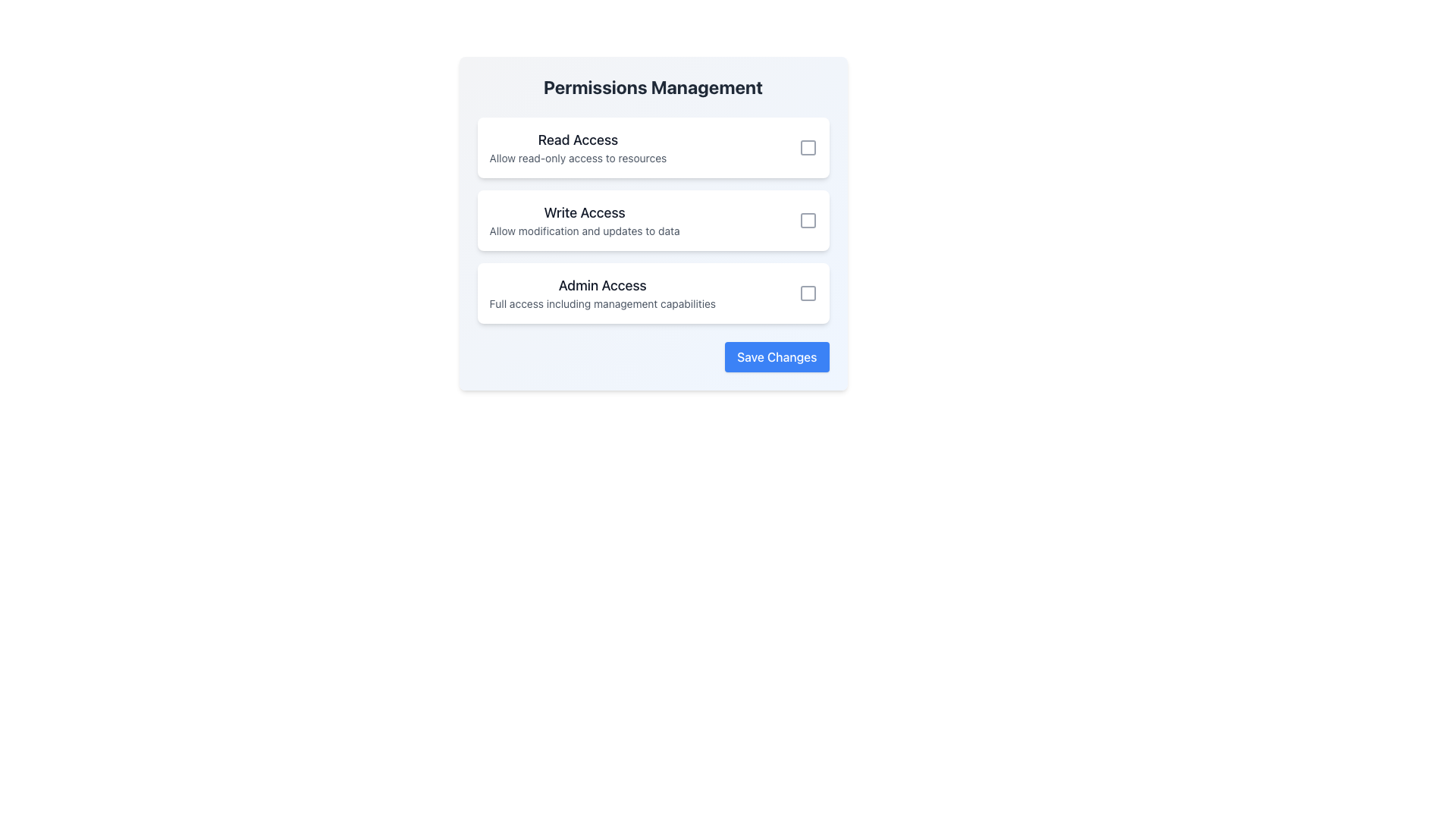 Image resolution: width=1456 pixels, height=819 pixels. I want to click on the 'Admin Access' informational card, which is the third option in the access levels group in the permissions management interface, so click(653, 293).